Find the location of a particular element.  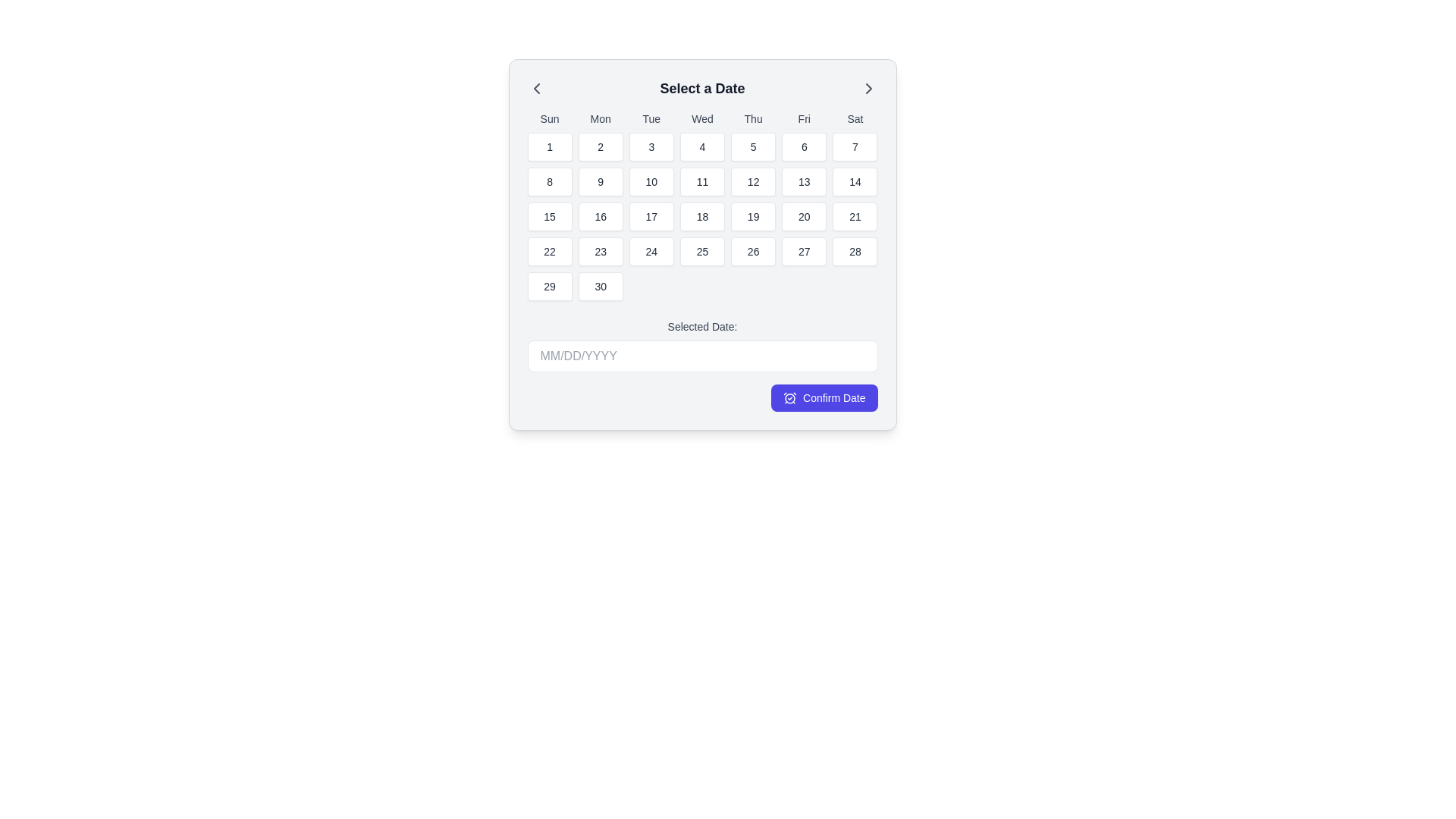

the rectangular button with a white background, containing the number '6' in bold dark gray font, located in the second row of the grid, sixth from the left is located at coordinates (803, 146).